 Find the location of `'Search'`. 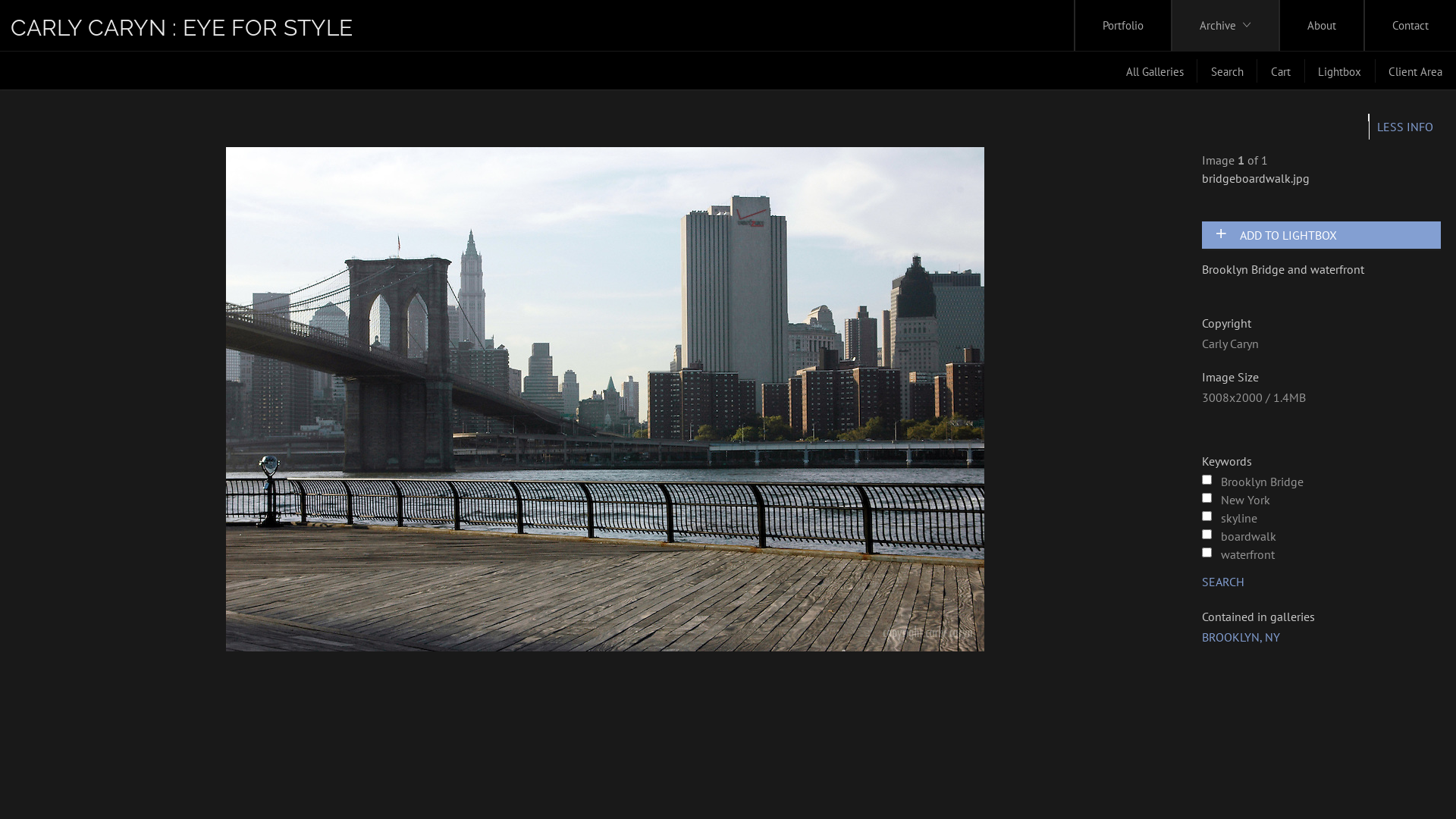

'Search' is located at coordinates (1227, 71).